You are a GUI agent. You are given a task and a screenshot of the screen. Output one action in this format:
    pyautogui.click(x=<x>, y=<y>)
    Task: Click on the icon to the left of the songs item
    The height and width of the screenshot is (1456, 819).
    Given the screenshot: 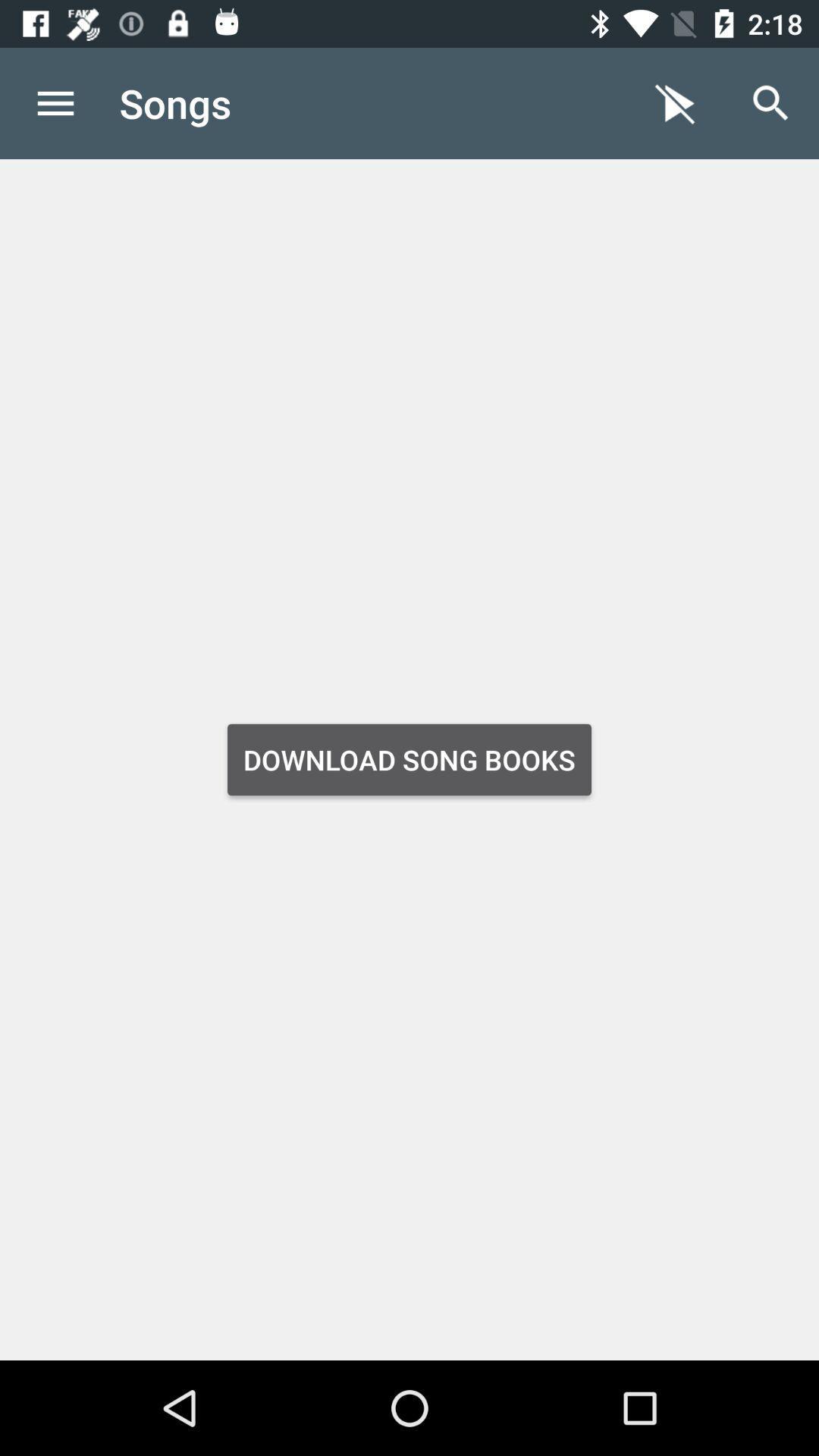 What is the action you would take?
    pyautogui.click(x=55, y=102)
    